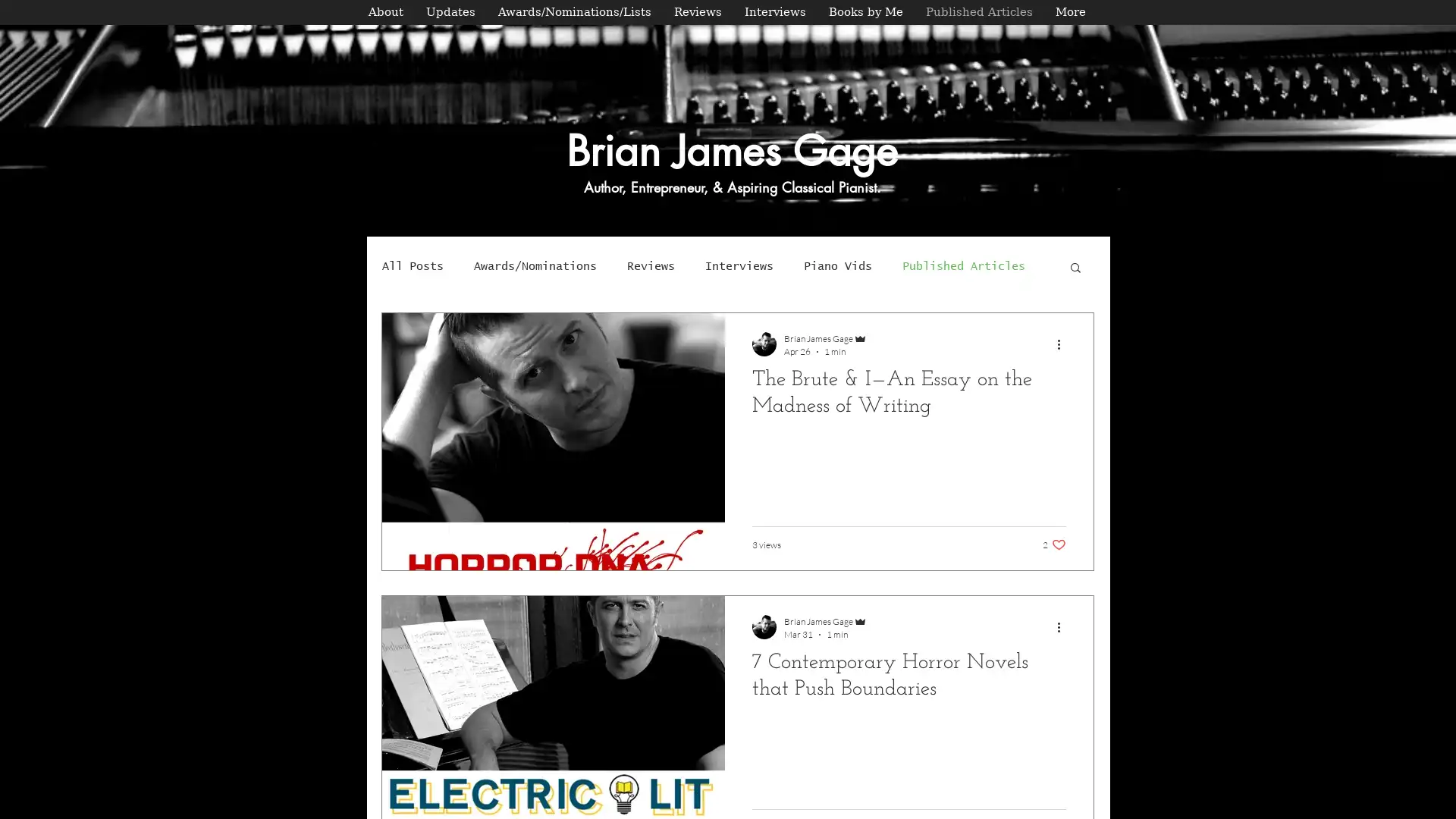 This screenshot has height=819, width=1456. I want to click on Reviews, so click(651, 265).